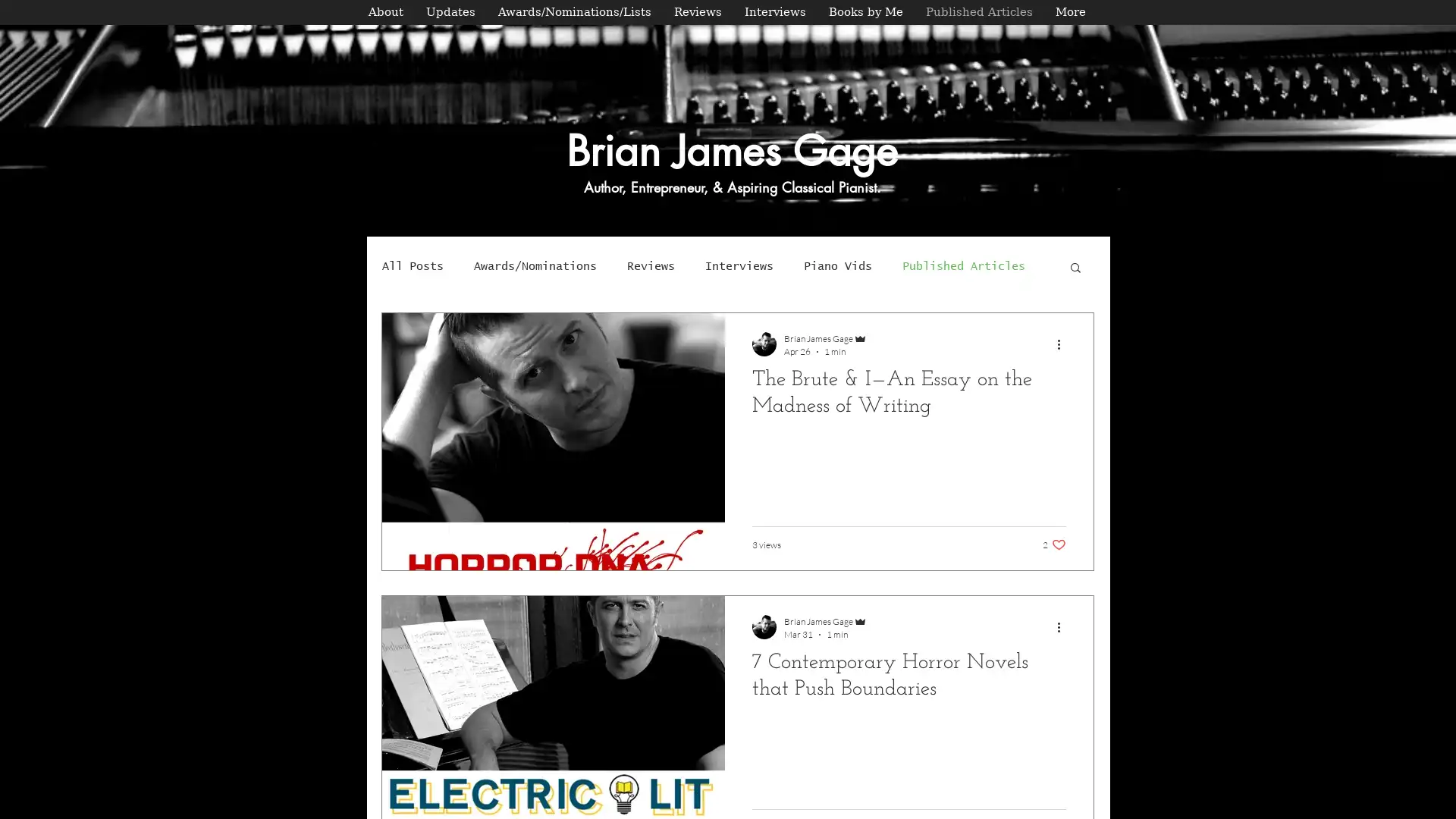 This screenshot has height=819, width=1456. I want to click on Reviews, so click(651, 265).